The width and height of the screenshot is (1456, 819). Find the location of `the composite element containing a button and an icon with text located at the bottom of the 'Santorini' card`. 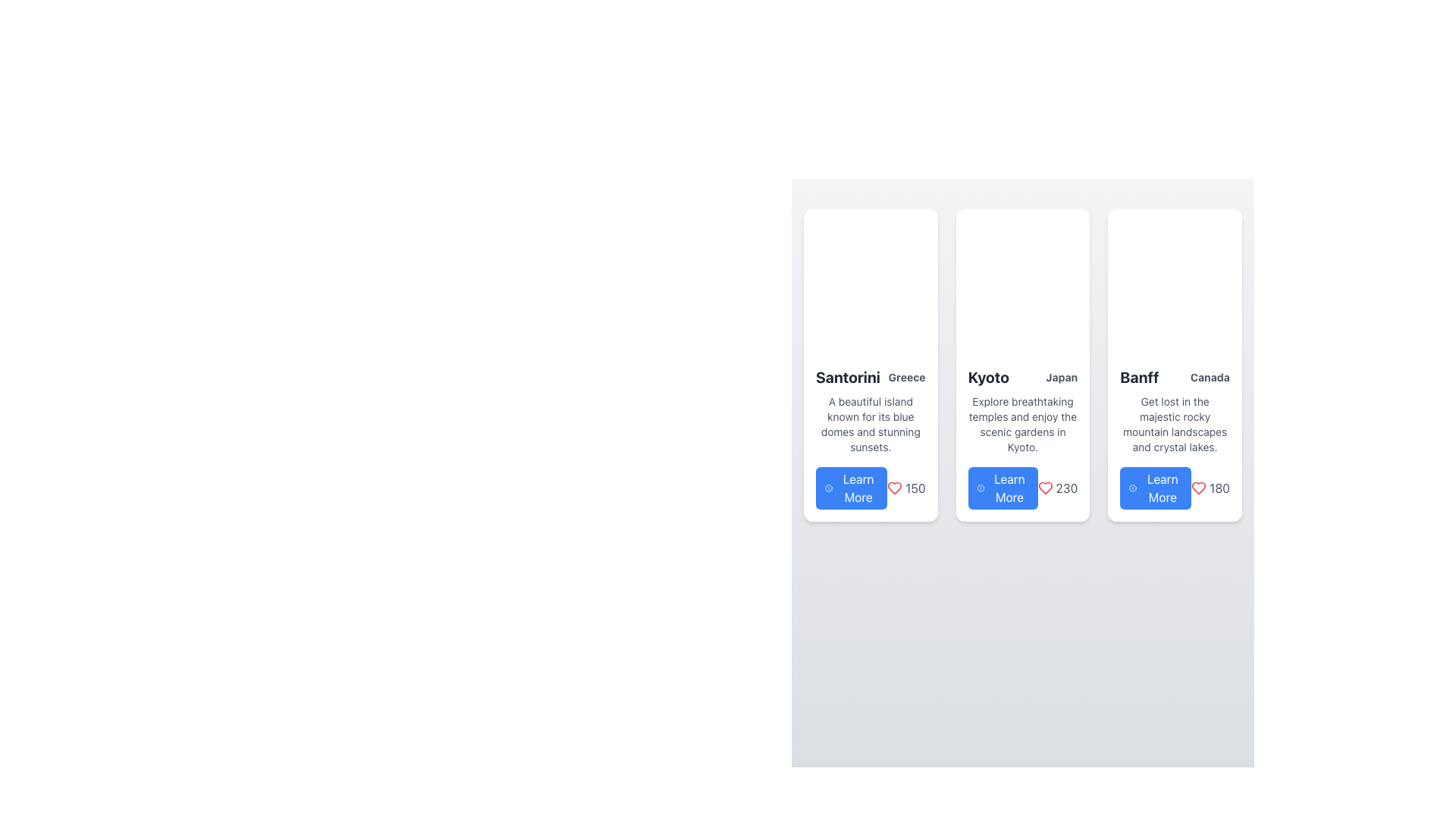

the composite element containing a button and an icon with text located at the bottom of the 'Santorini' card is located at coordinates (871, 488).